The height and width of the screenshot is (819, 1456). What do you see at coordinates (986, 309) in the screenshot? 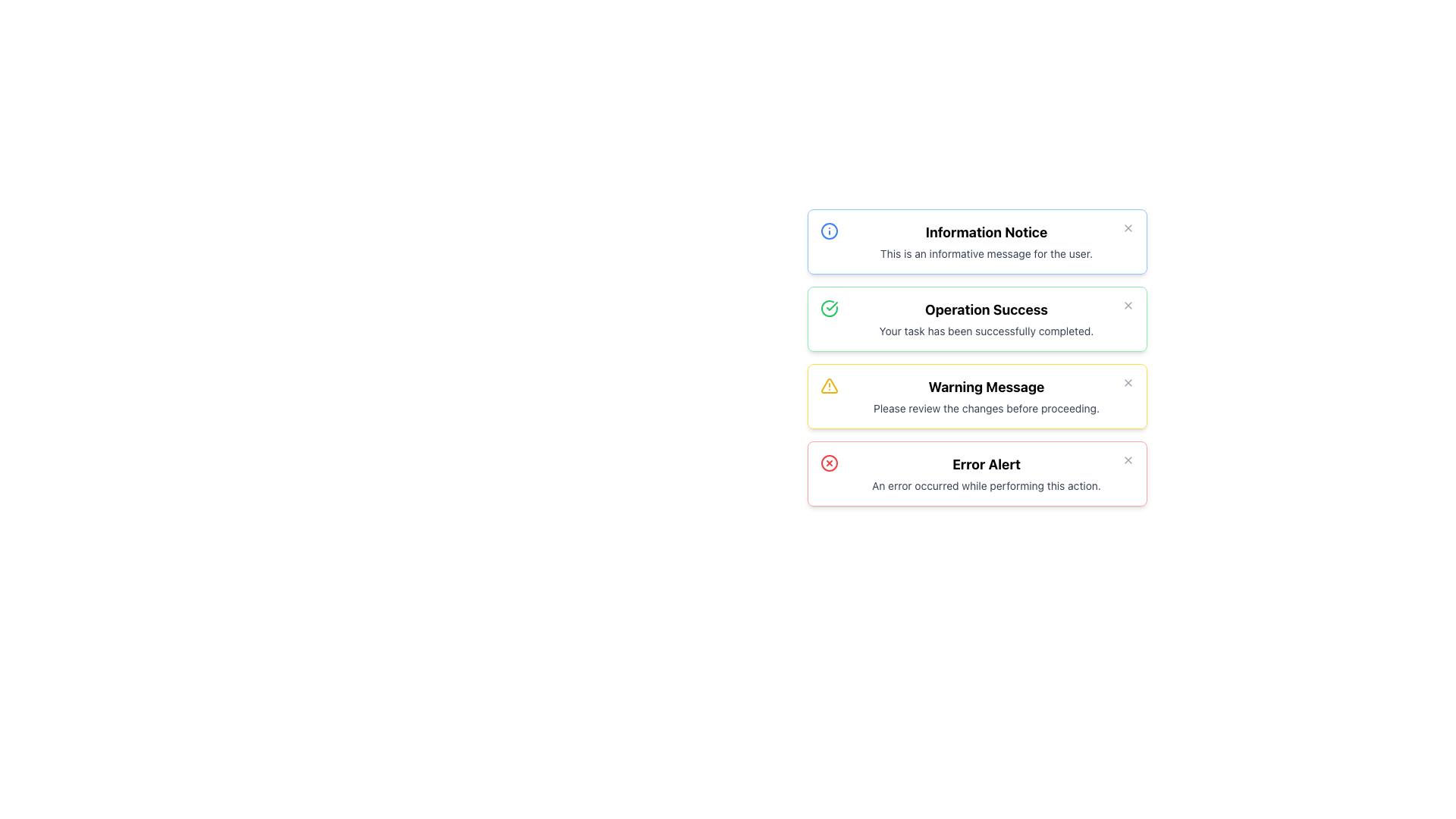
I see `the main title text element inside the green-bordered alert box that indicates successful task completion` at bounding box center [986, 309].